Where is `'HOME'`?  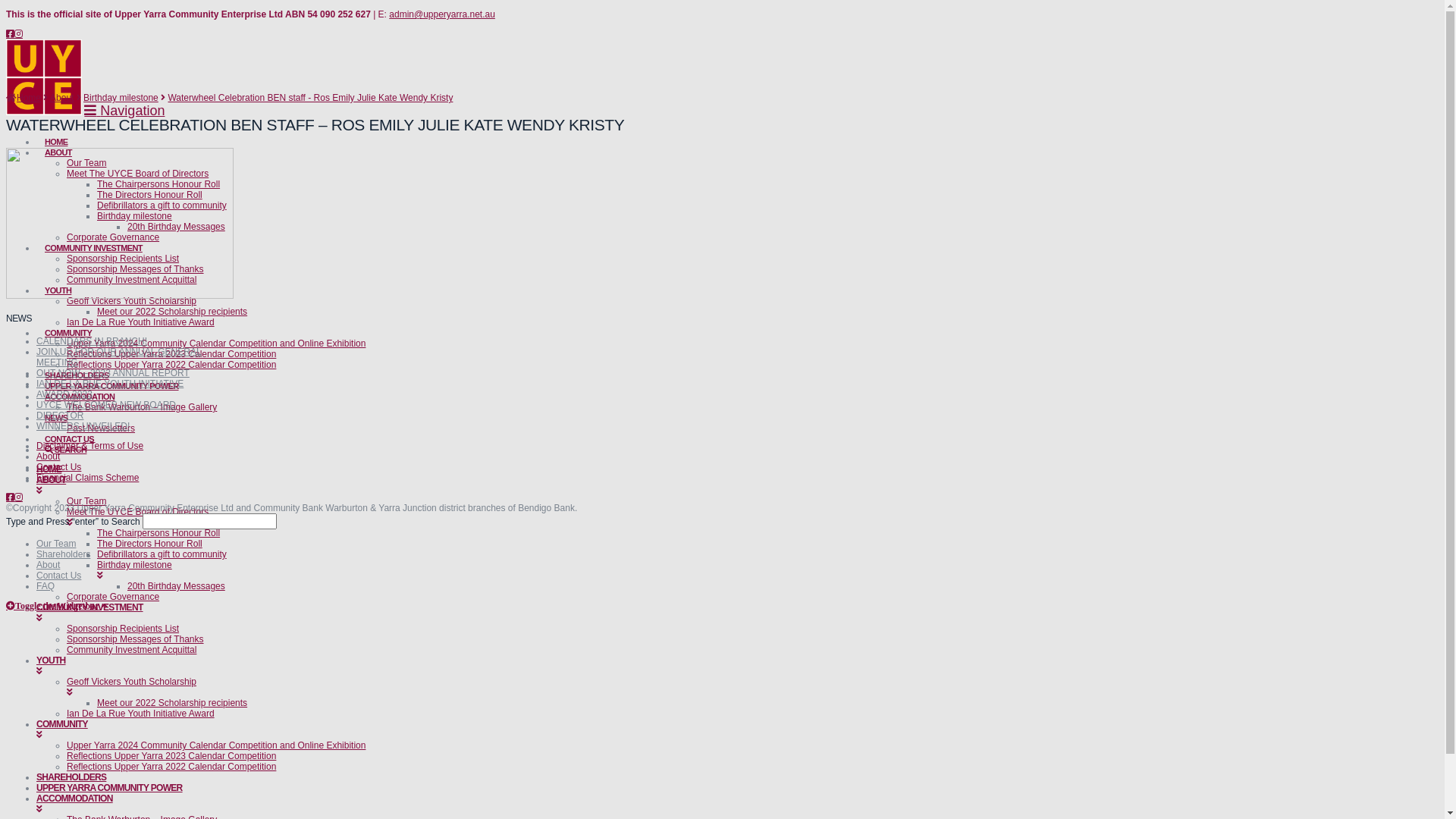
'HOME' is located at coordinates (55, 137).